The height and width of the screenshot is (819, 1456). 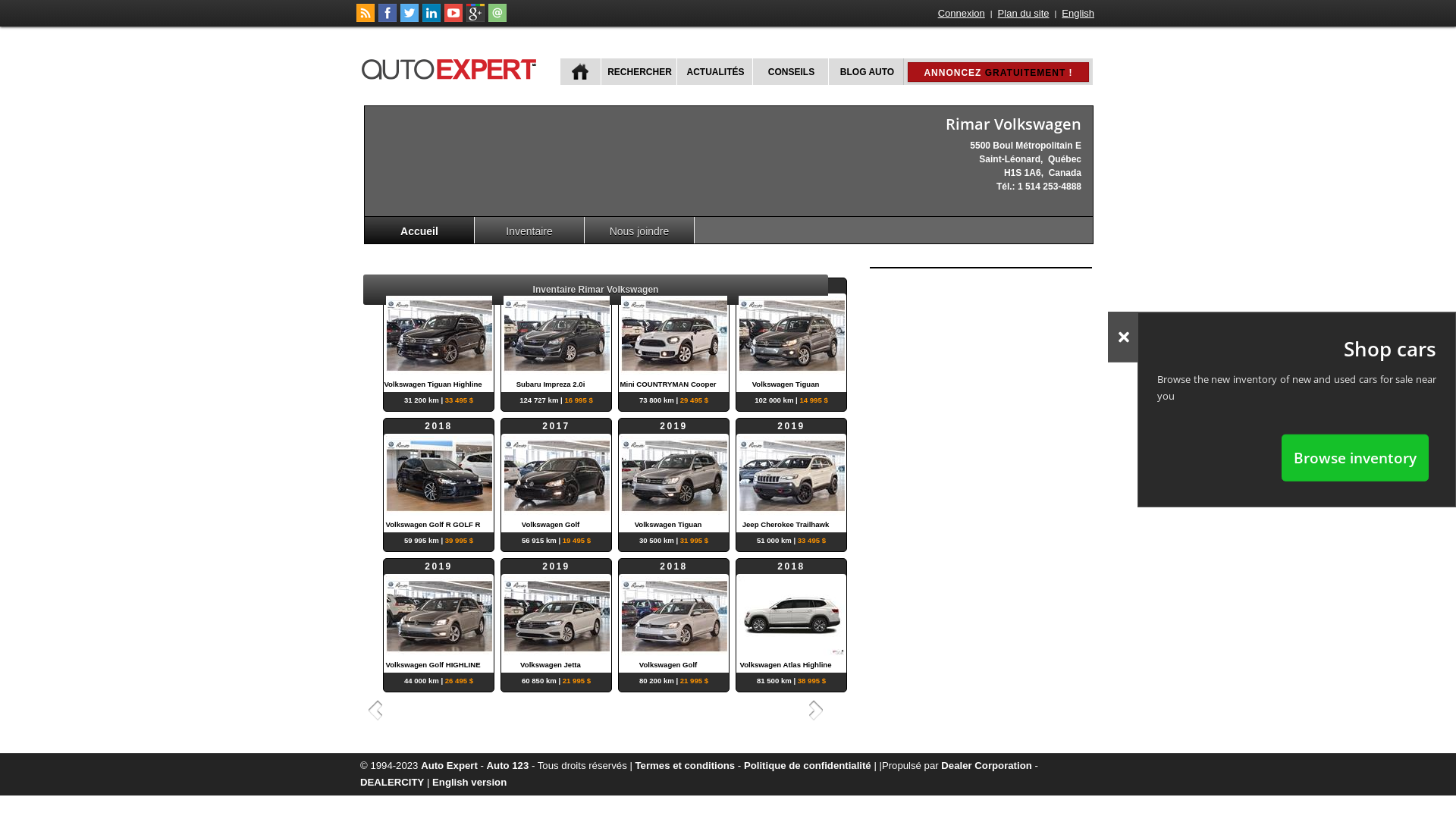 I want to click on 'Suivant', so click(x=817, y=709).